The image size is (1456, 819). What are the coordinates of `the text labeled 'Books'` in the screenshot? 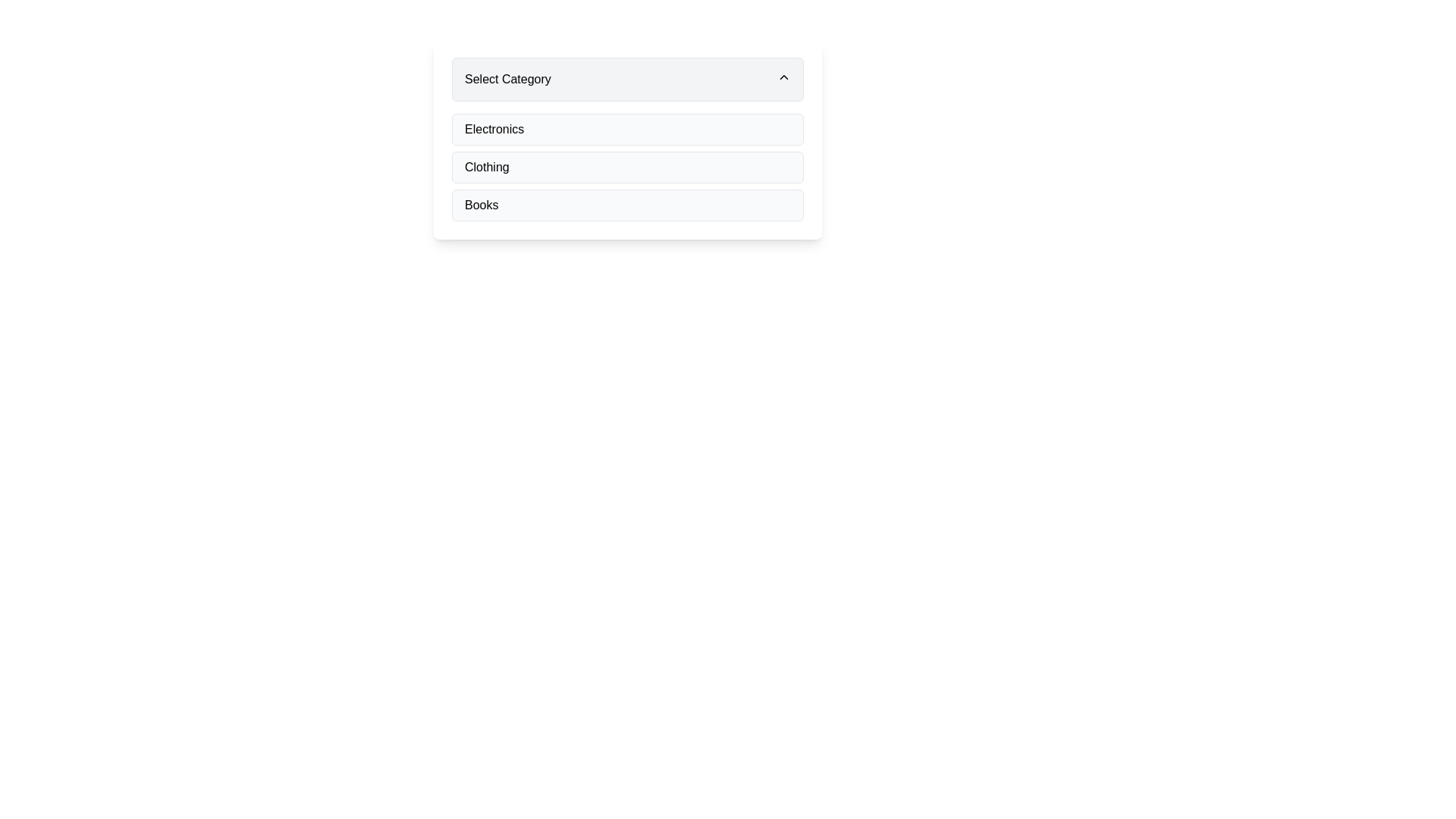 It's located at (481, 205).